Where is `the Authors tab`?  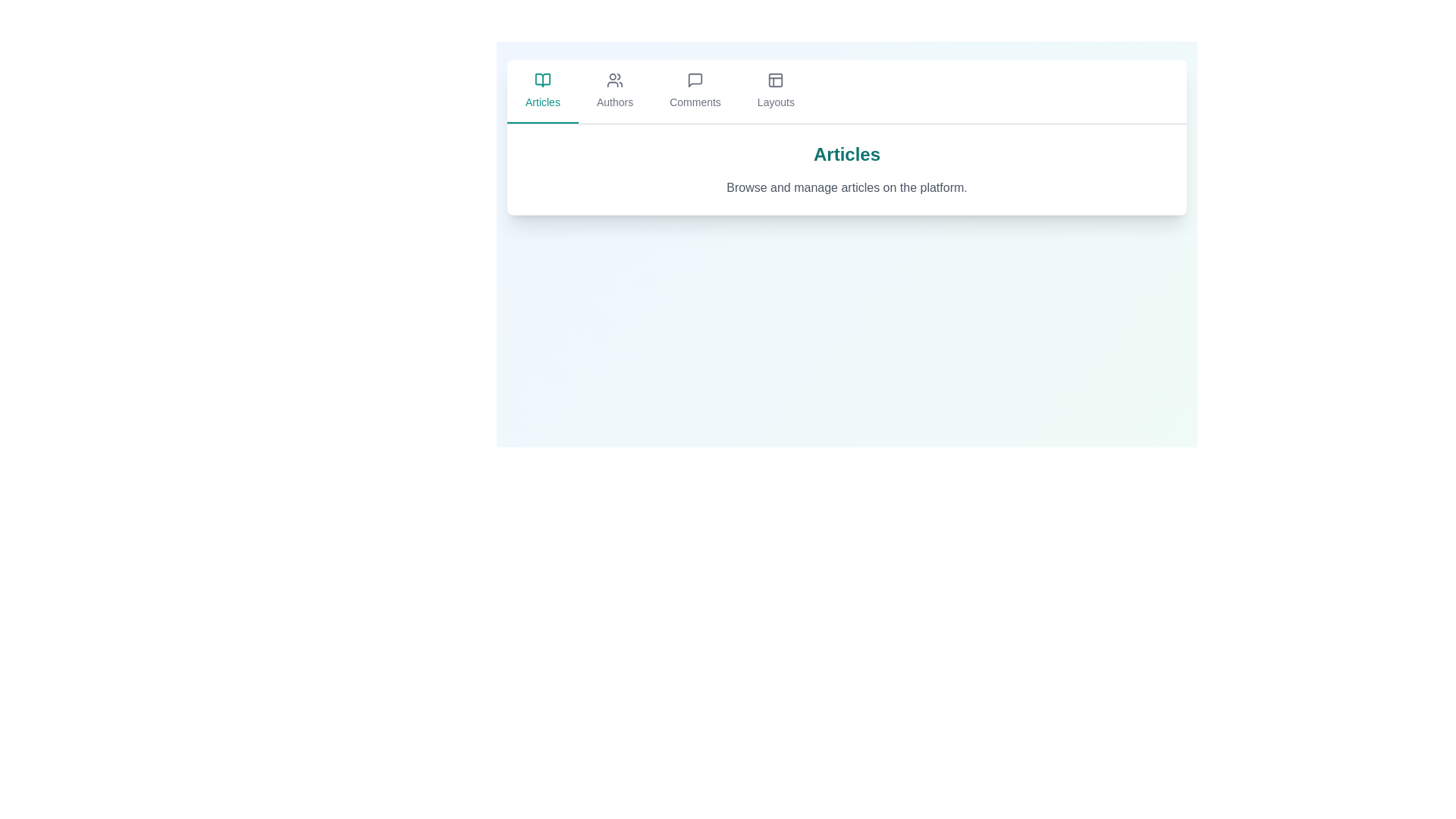
the Authors tab is located at coordinates (615, 91).